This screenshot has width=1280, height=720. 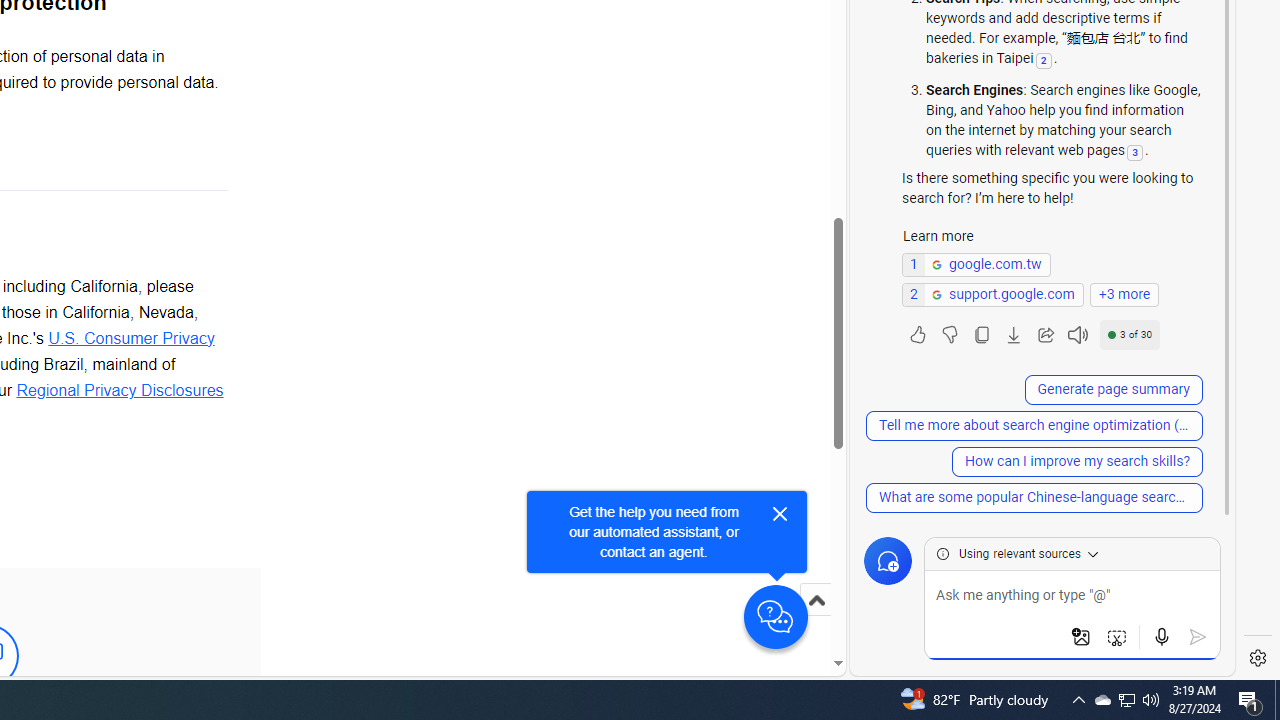 I want to click on 'Regional Privacy Disclosures - opens in new window or tab', so click(x=118, y=389).